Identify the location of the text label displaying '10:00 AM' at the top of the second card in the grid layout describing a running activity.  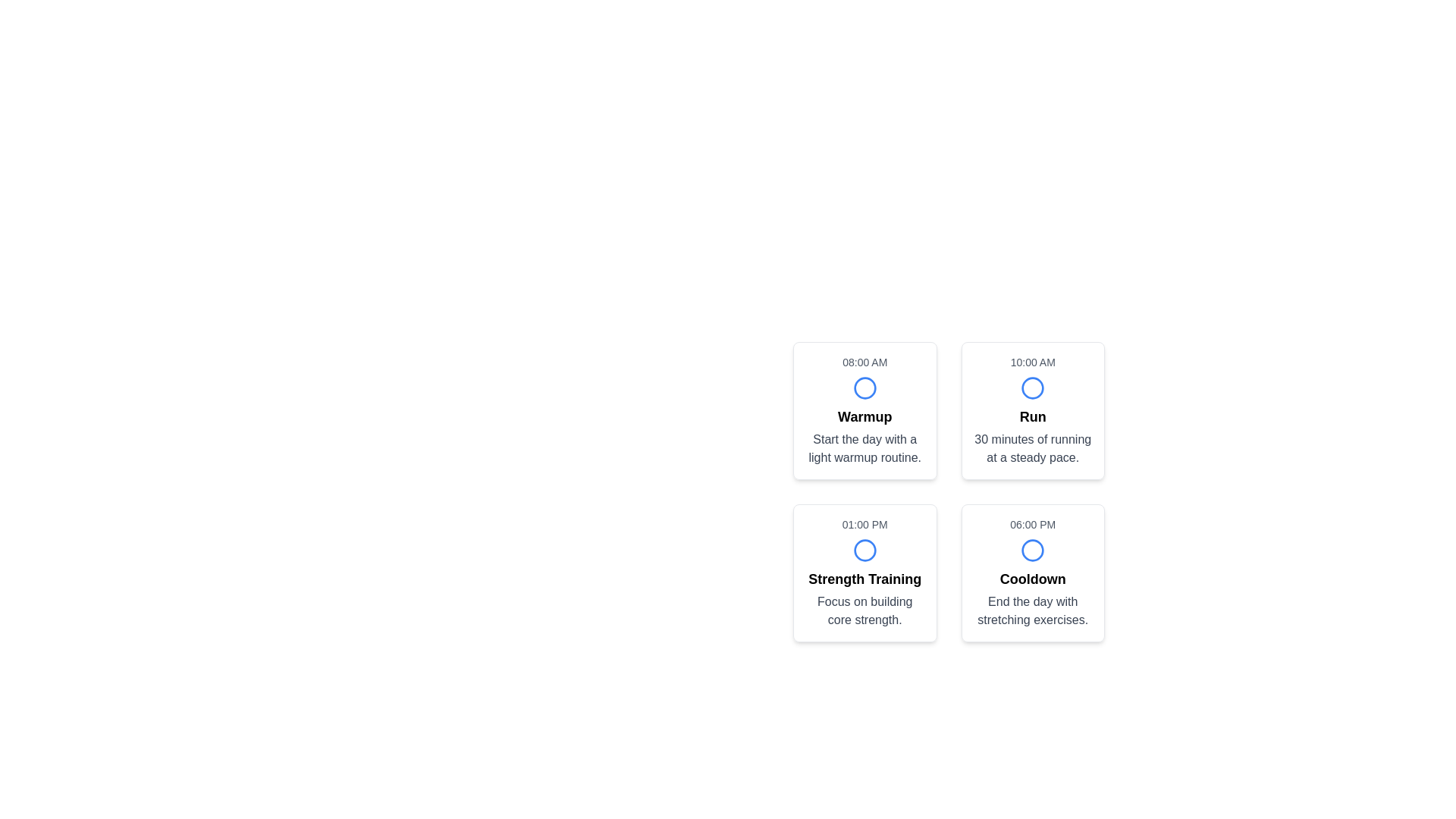
(1032, 362).